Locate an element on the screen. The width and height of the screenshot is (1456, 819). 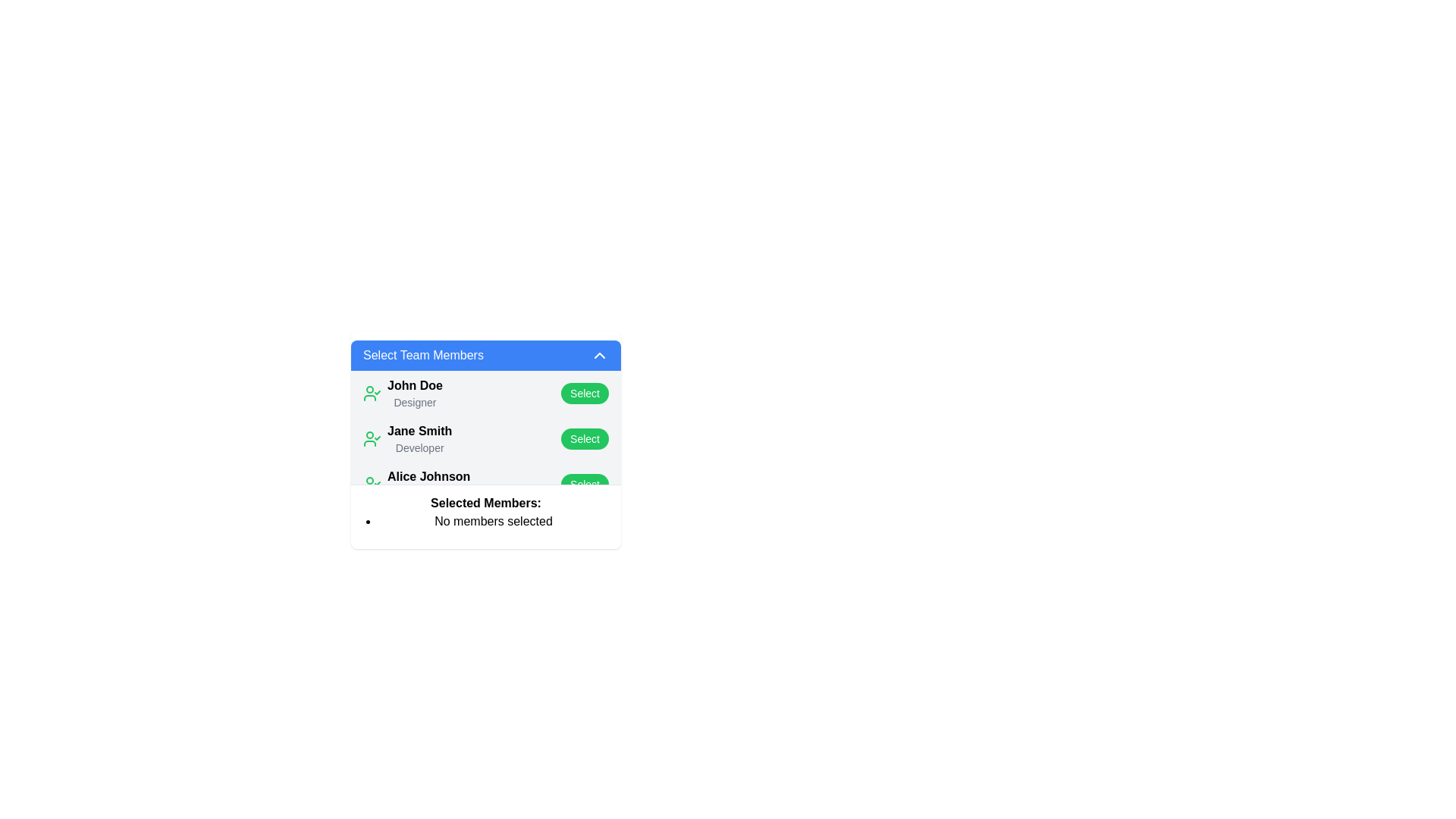
the text label displaying 'John Doe' to activate any tooltips related to this team member is located at coordinates (415, 385).